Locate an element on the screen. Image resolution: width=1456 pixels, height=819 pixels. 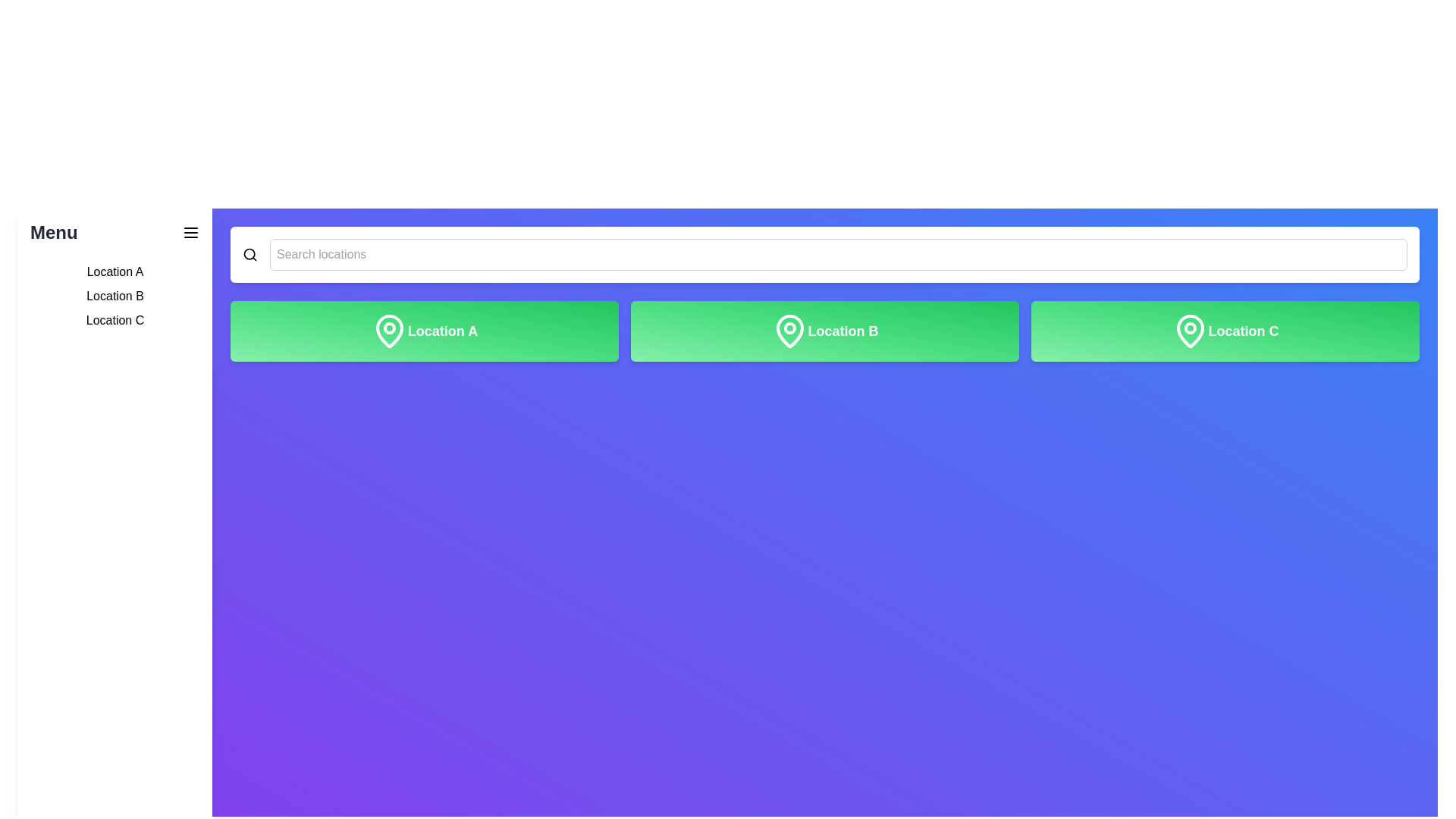
the search icon located in the top-right corner of the UI to initiate a search is located at coordinates (250, 253).